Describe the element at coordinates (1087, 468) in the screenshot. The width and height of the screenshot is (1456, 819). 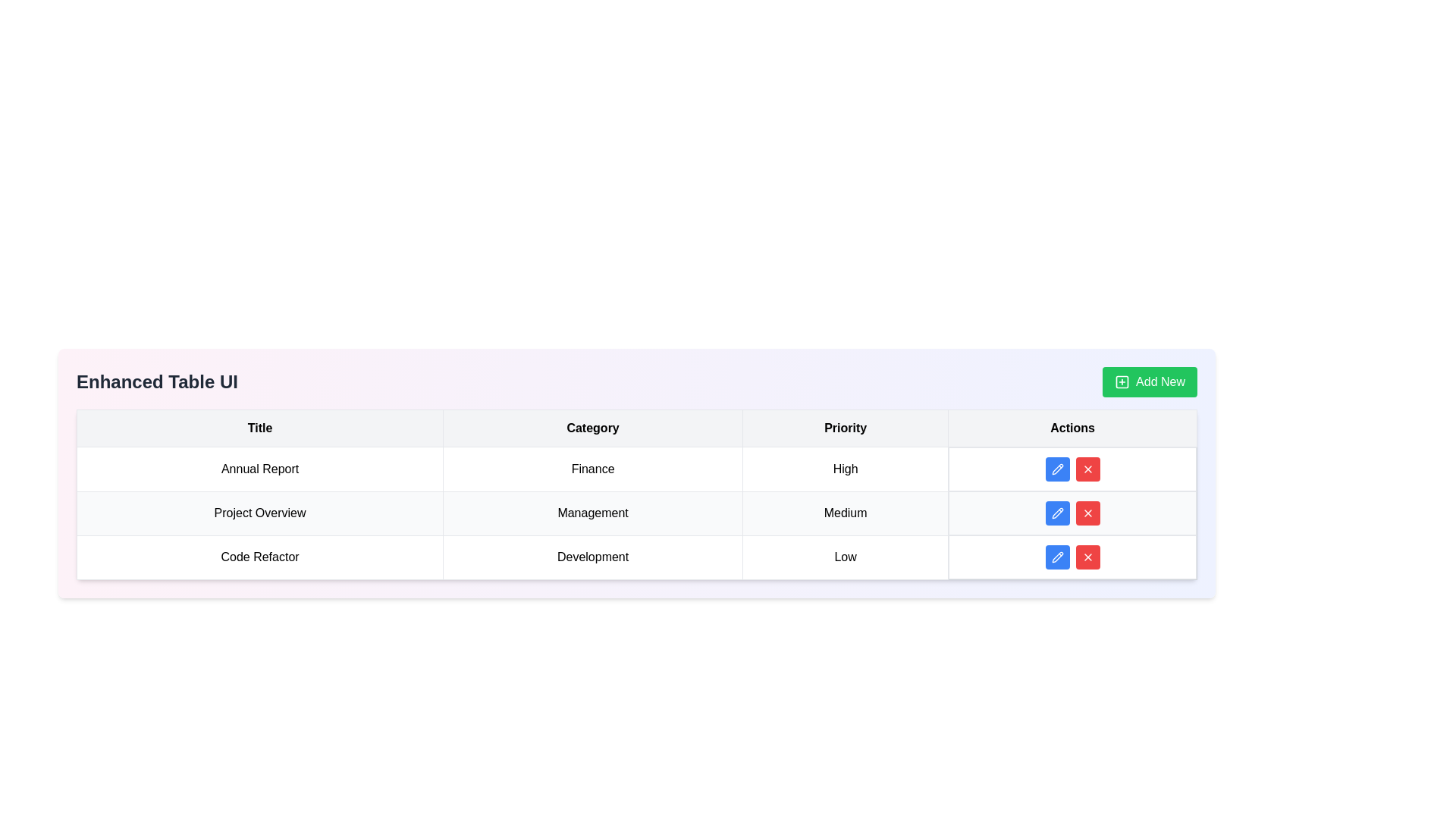
I see `the button with a red background, white text, and an 'X' icon, which is the third button in the 'Actions' column under 'Priority: High'` at that location.